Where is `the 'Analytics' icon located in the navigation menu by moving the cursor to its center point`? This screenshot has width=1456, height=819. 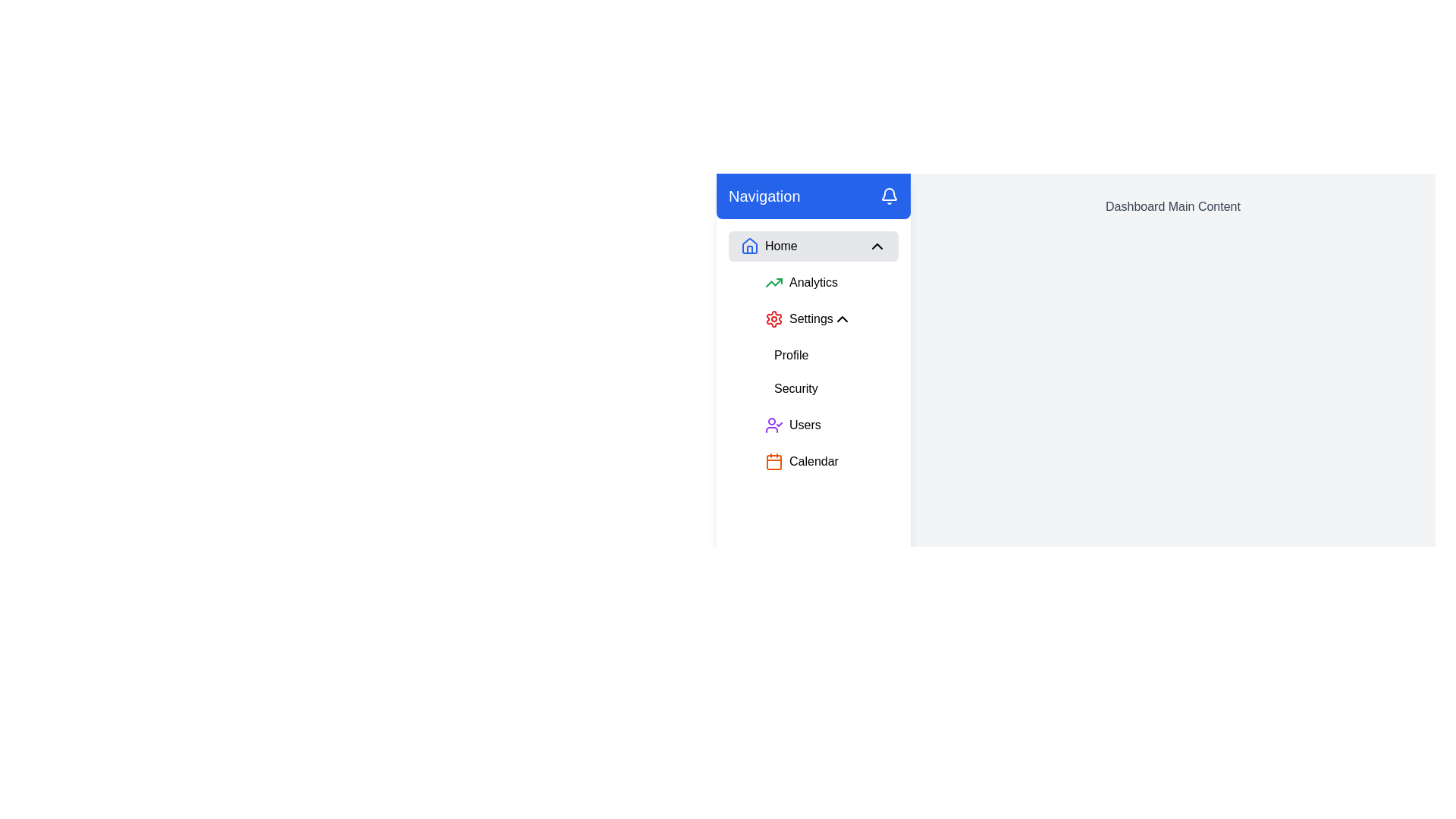
the 'Analytics' icon located in the navigation menu by moving the cursor to its center point is located at coordinates (774, 283).